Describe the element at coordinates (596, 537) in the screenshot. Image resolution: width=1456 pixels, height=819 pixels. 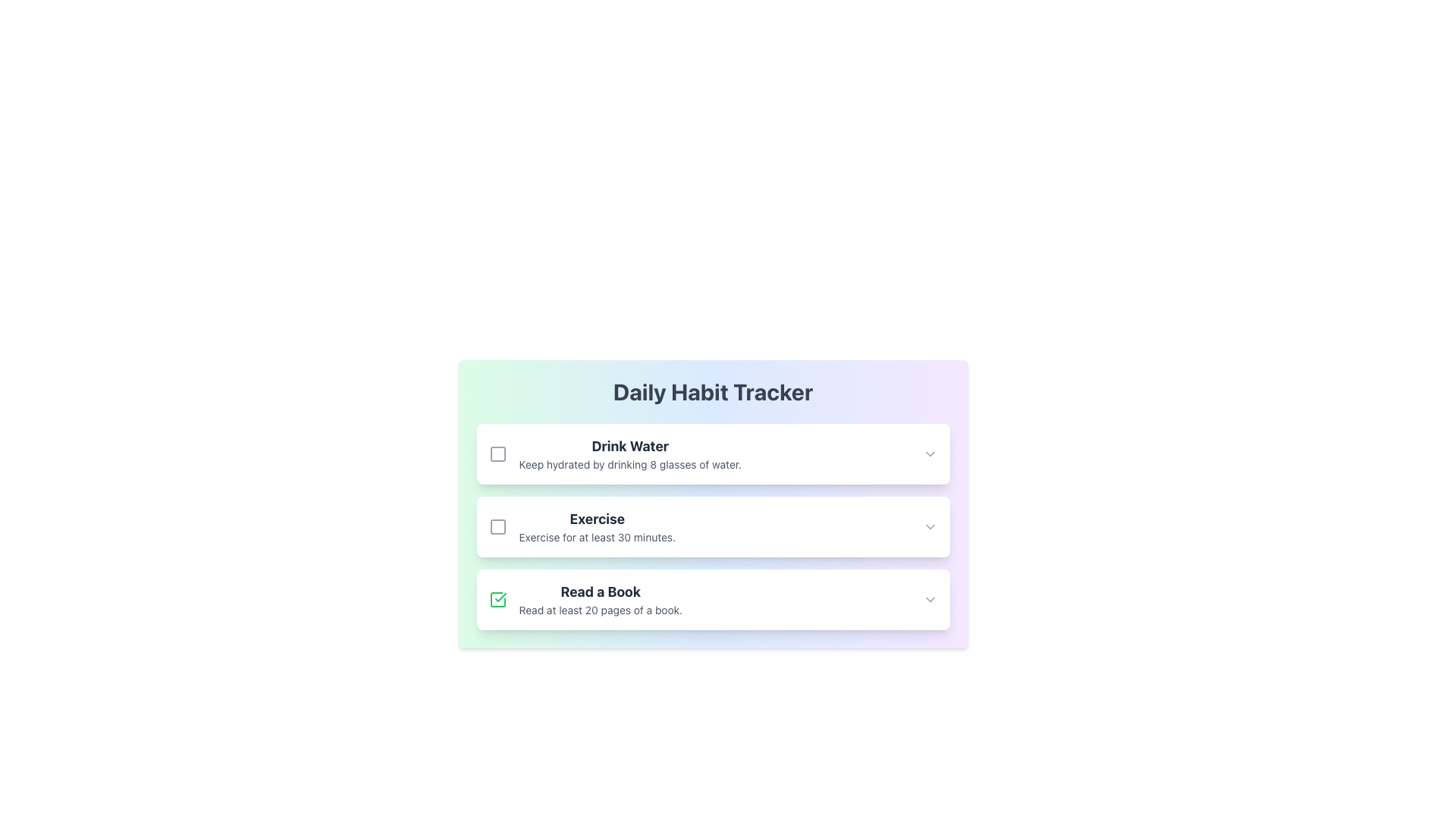
I see `text element that states 'Exercise for at least 30 minutes.', which is located beneath the bold heading 'Exercise' in the middle card of the 'Daily Habit Tracker'` at that location.